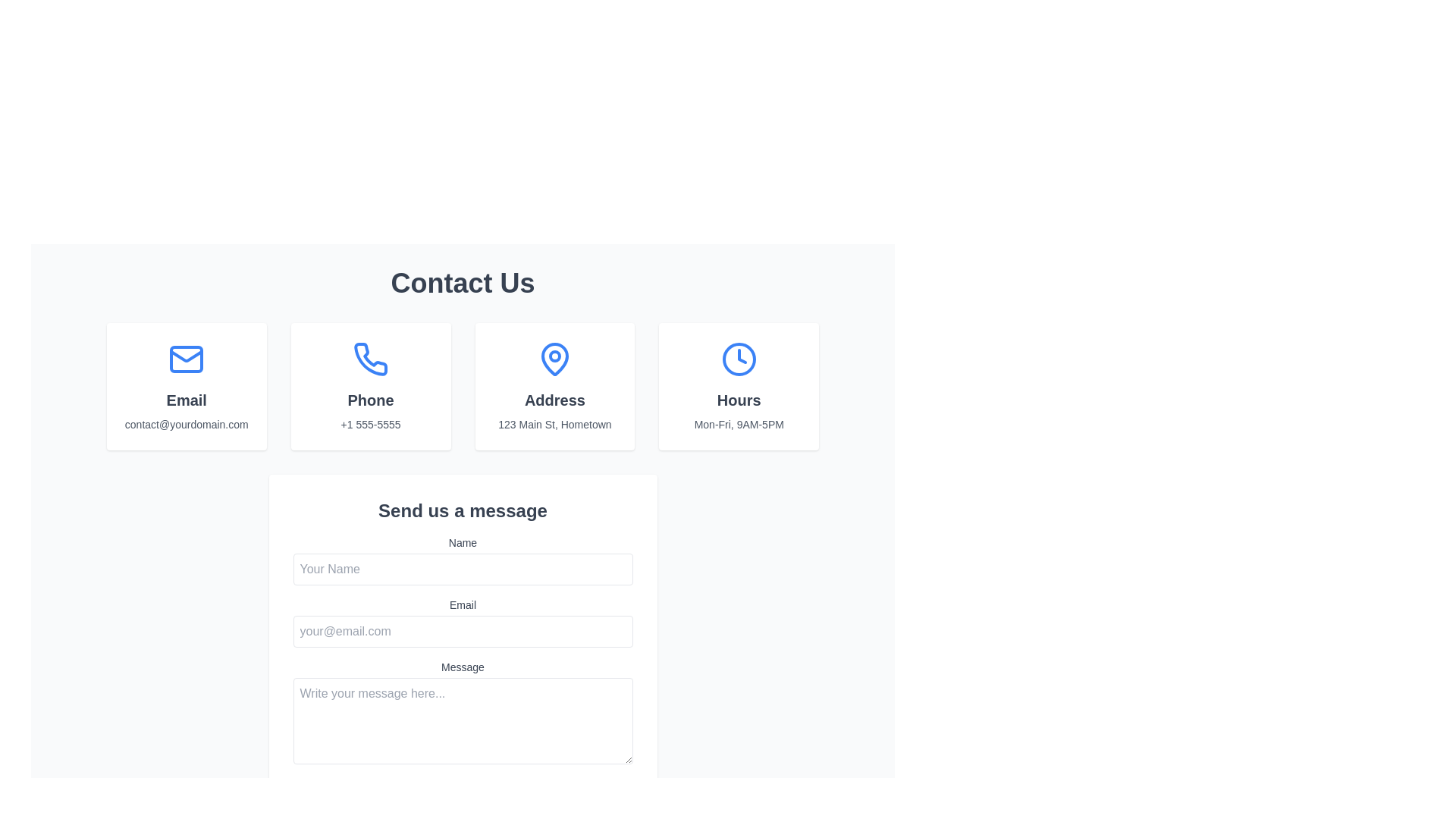  I want to click on the 'Address' icon located in the top-right section of the 'Contact Us' area, which is the third card among four, so click(554, 359).